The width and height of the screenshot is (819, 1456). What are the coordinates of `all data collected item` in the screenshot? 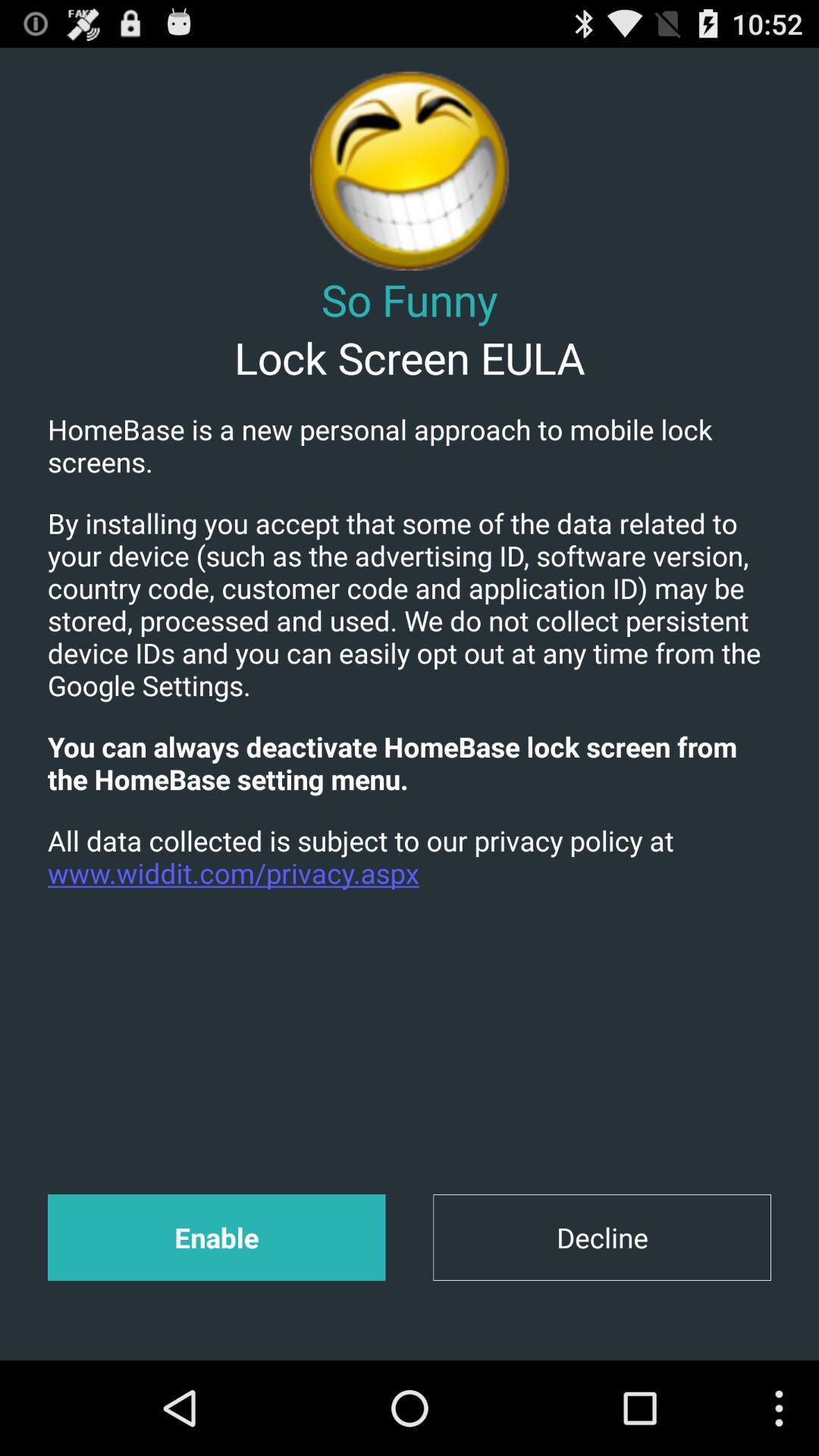 It's located at (409, 856).